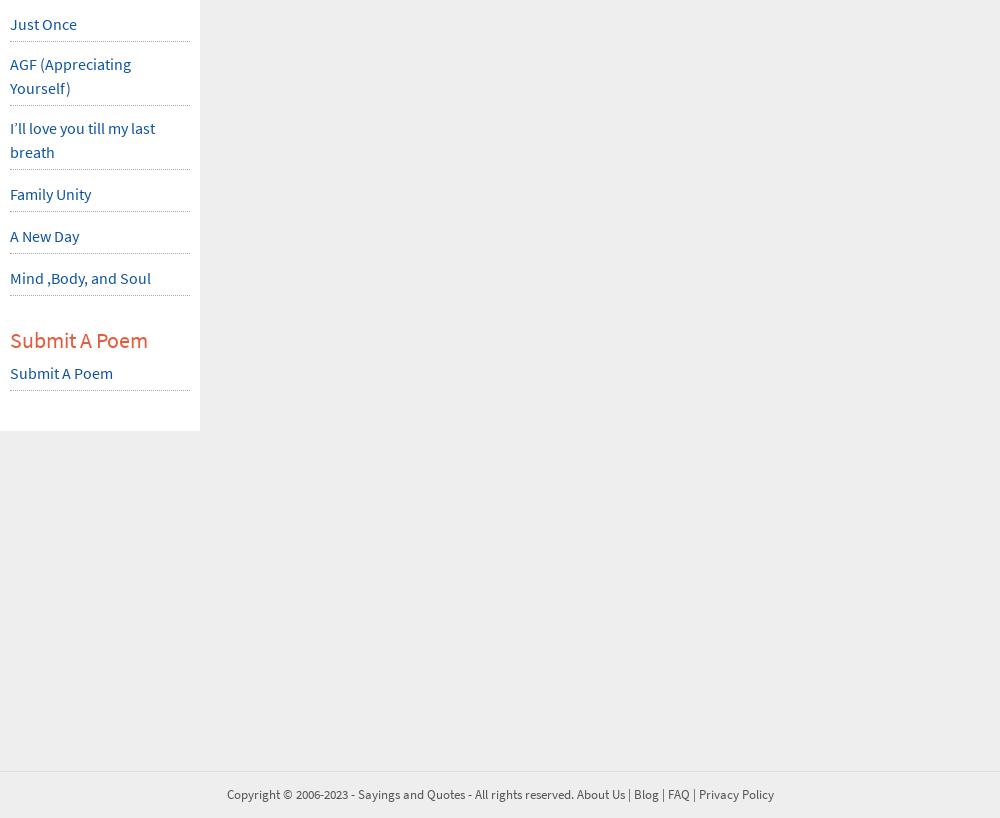 The width and height of the screenshot is (1000, 818). Describe the element at coordinates (10, 22) in the screenshot. I see `'Just Once'` at that location.